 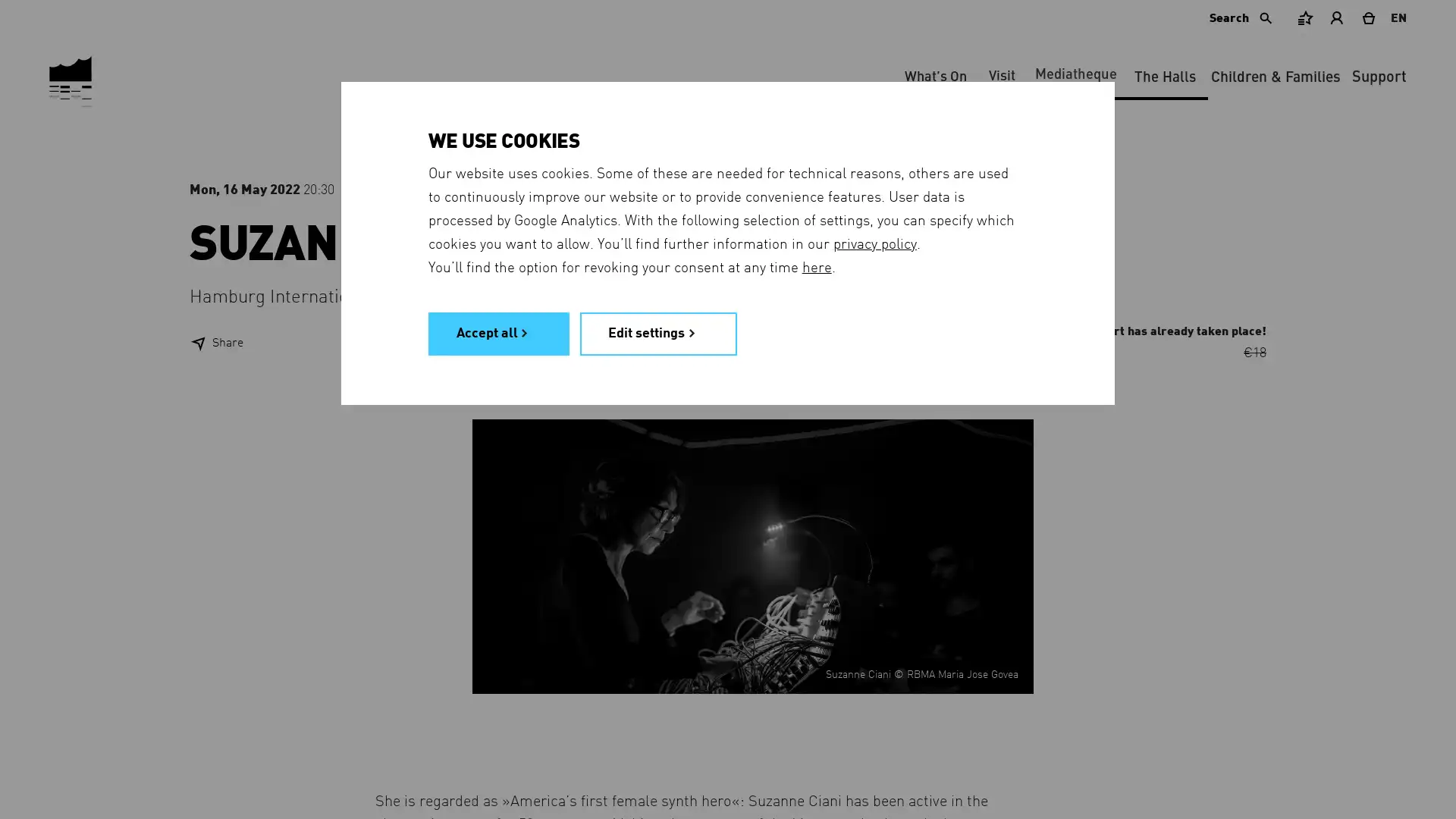 I want to click on Accept all, so click(x=498, y=332).